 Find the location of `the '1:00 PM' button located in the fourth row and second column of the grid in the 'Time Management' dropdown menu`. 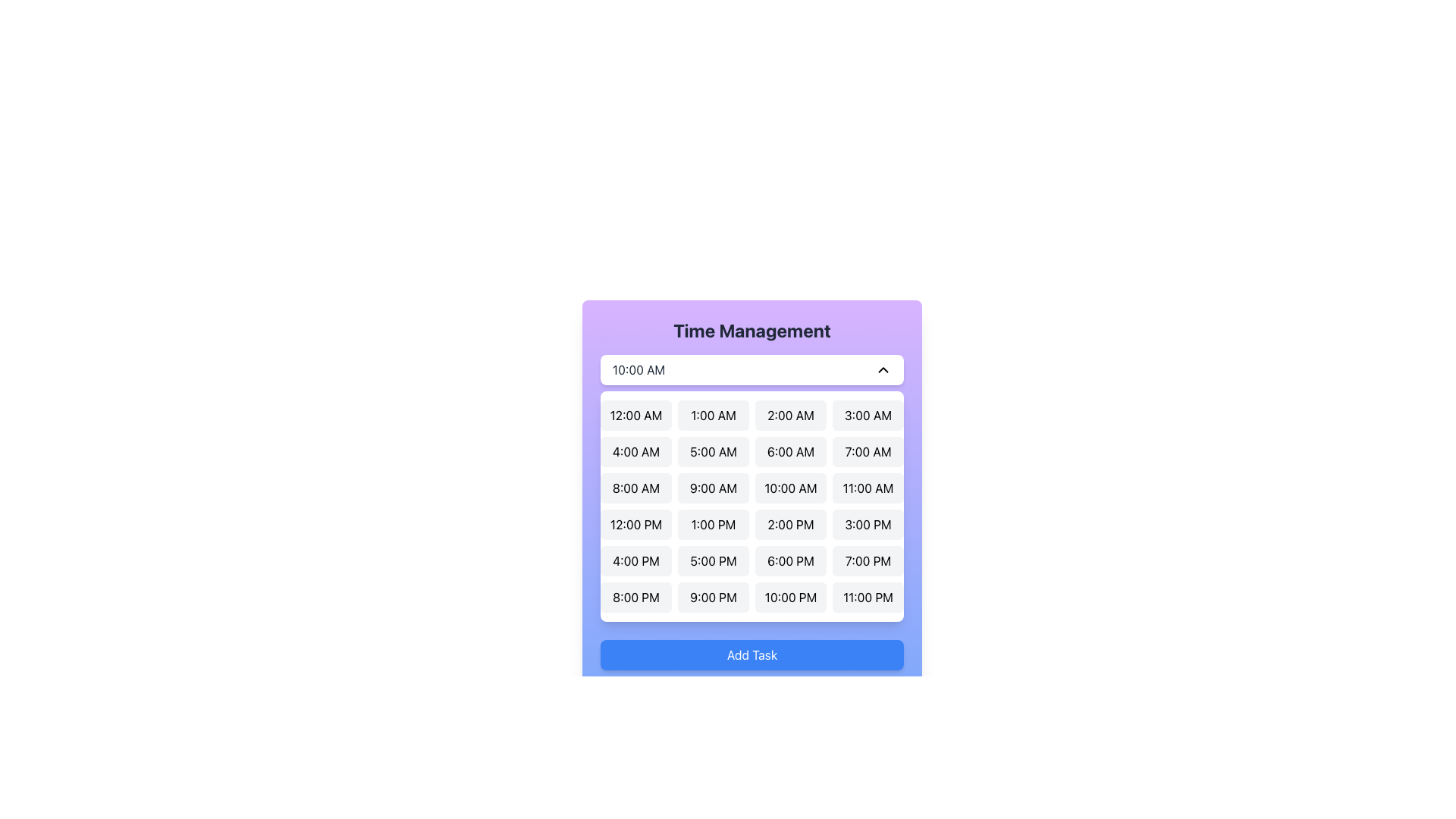

the '1:00 PM' button located in the fourth row and second column of the grid in the 'Time Management' dropdown menu is located at coordinates (712, 523).